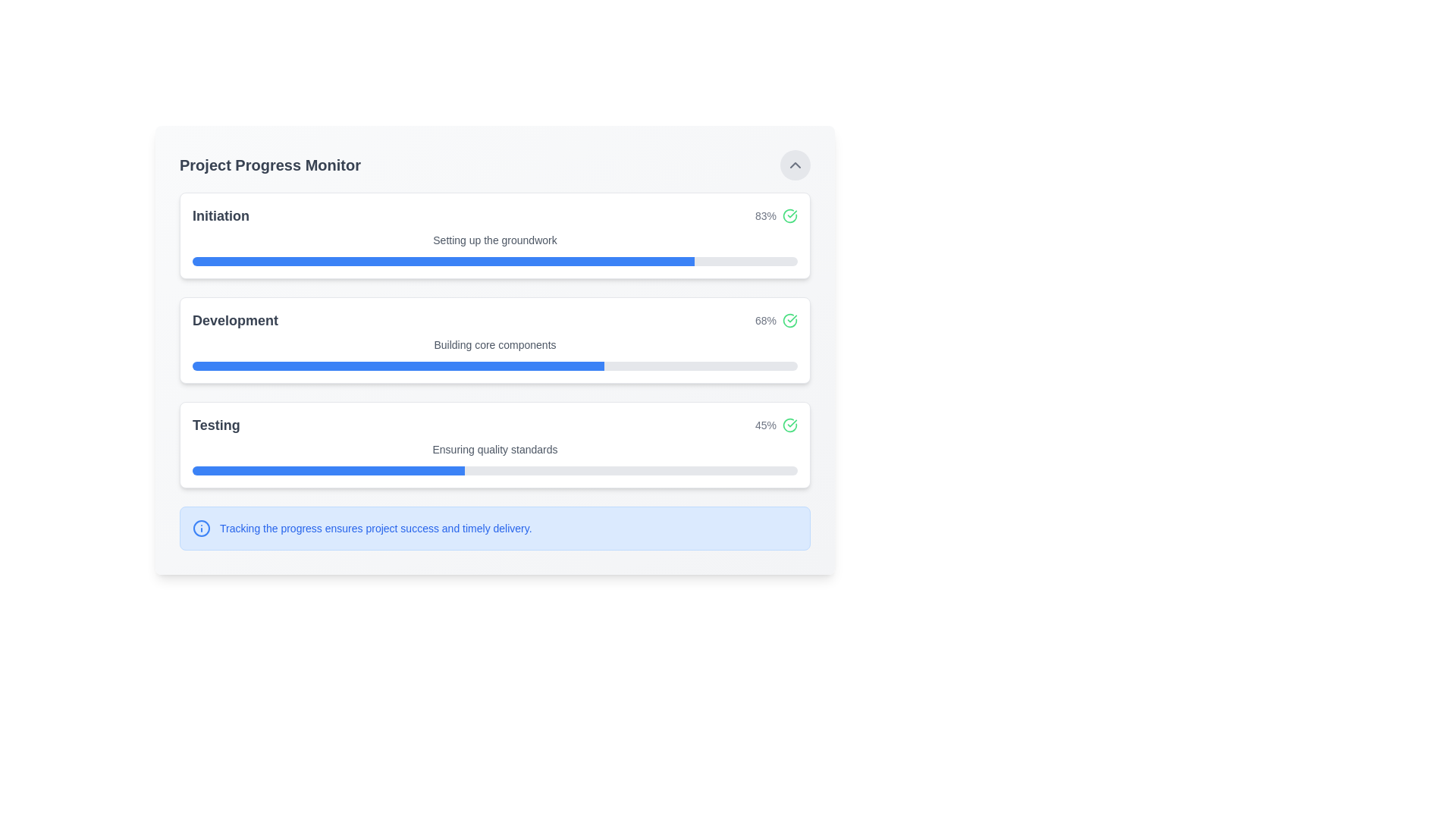 Image resolution: width=1456 pixels, height=819 pixels. Describe the element at coordinates (443, 260) in the screenshot. I see `the progress bar representing the 'Initiation' phase, which shows 83% completion in the 'Project Progress Monitor' interface` at that location.